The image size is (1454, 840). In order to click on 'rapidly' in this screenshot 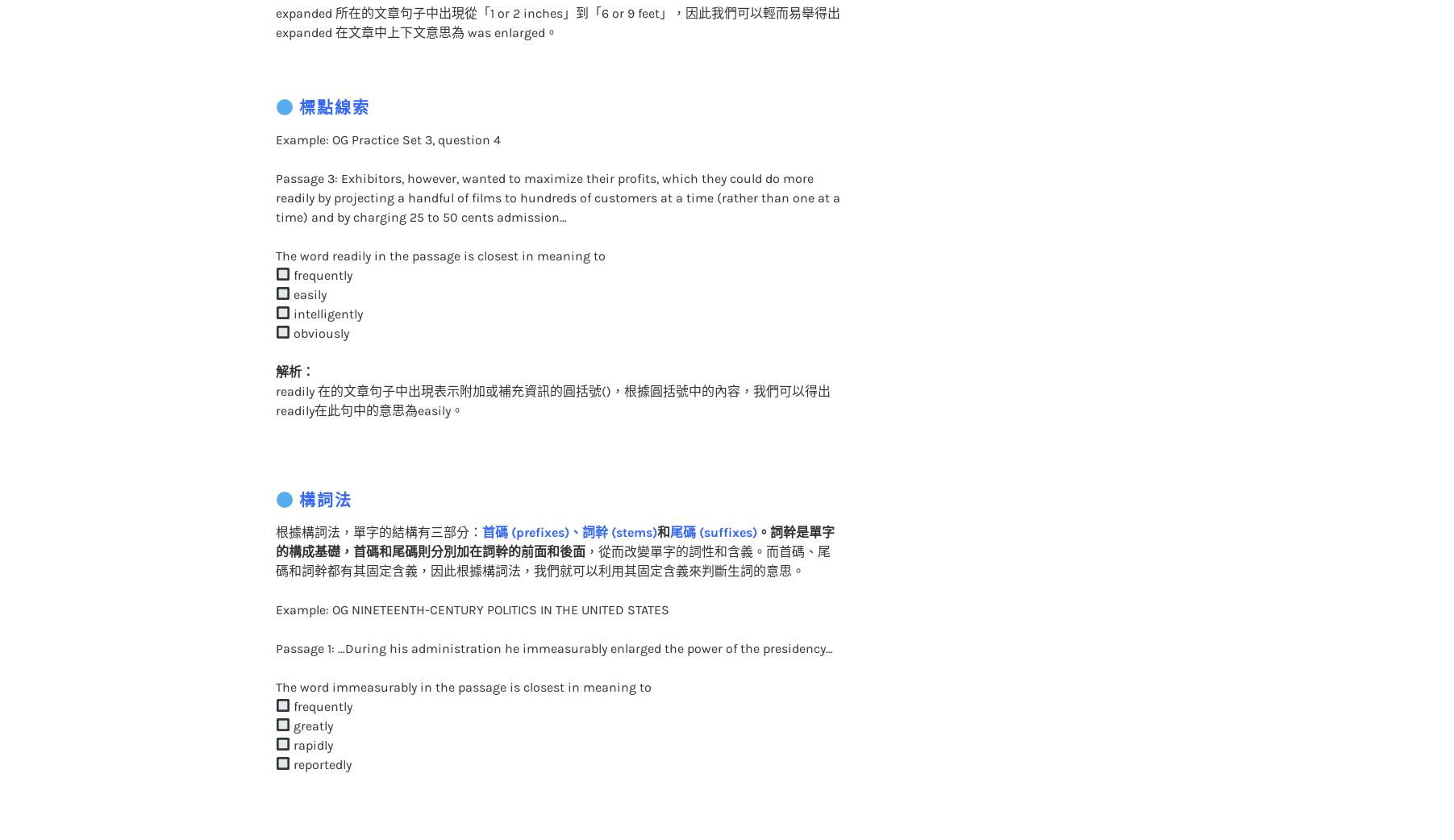, I will do `click(310, 711)`.